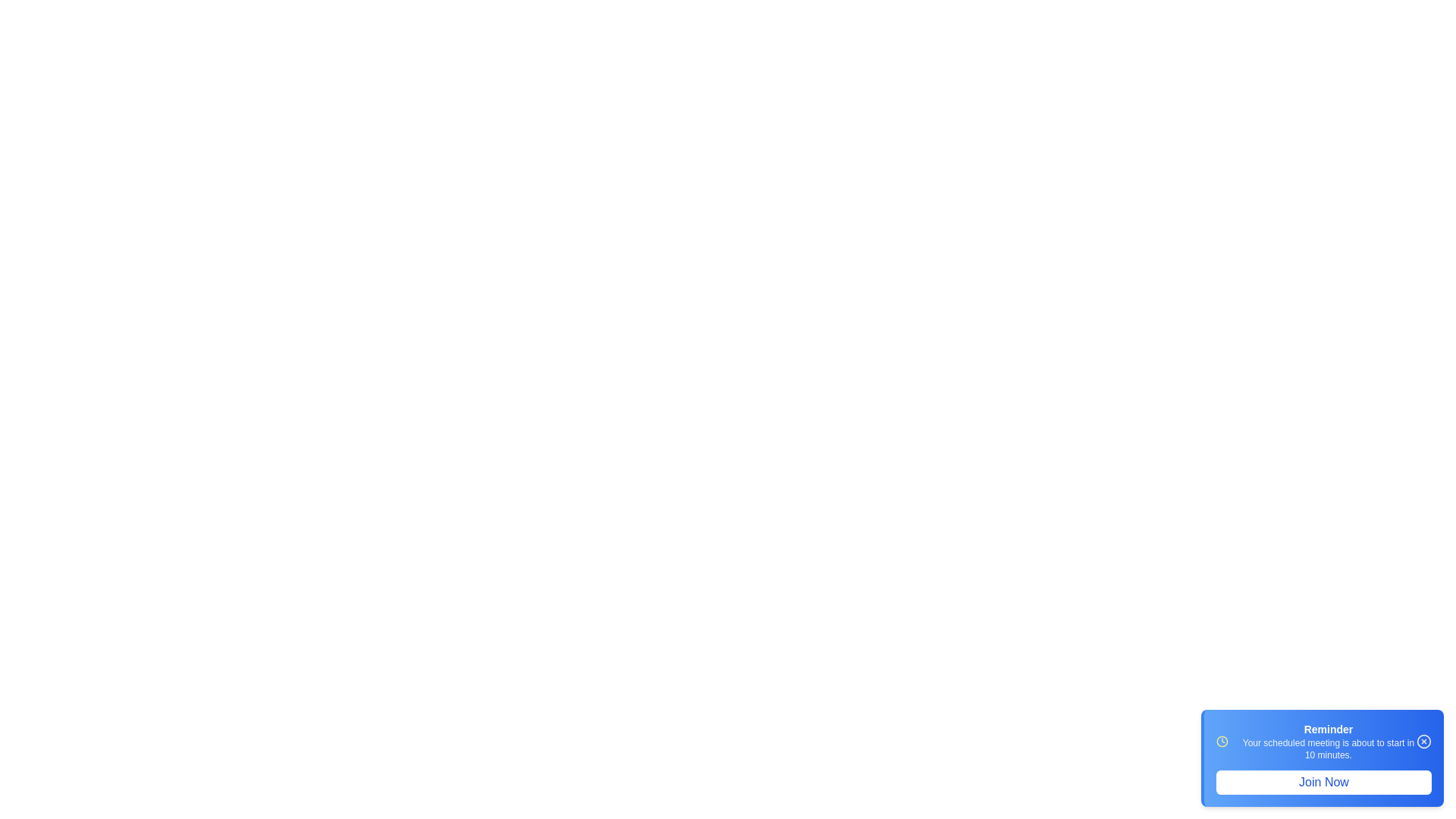 This screenshot has width=1456, height=819. Describe the element at coordinates (1423, 741) in the screenshot. I see `the close button to dismiss the snackbar` at that location.